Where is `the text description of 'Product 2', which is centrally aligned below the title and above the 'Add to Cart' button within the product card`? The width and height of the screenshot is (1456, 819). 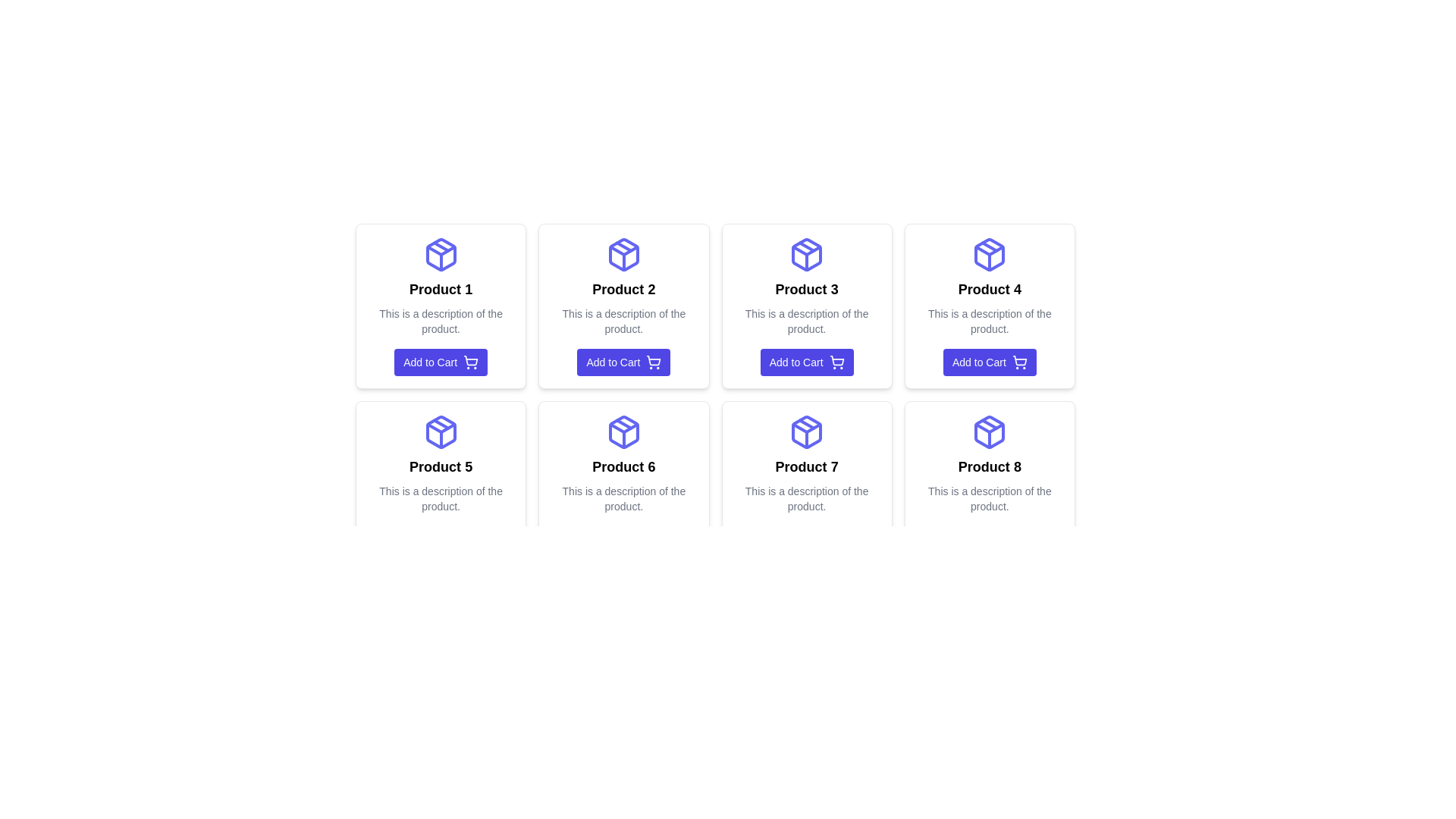
the text description of 'Product 2', which is centrally aligned below the title and above the 'Add to Cart' button within the product card is located at coordinates (623, 321).